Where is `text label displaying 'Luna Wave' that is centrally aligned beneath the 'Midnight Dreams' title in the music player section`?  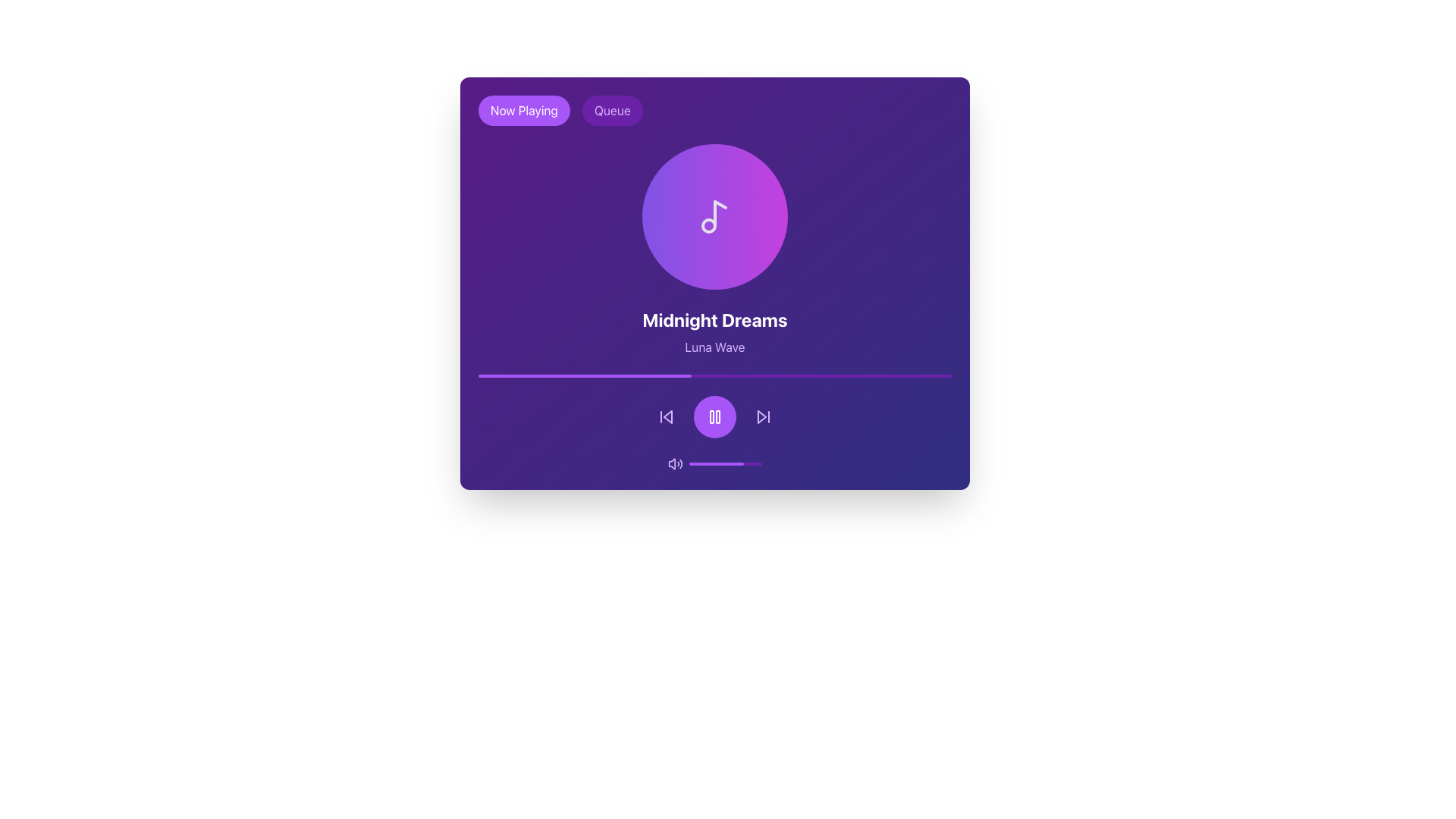
text label displaying 'Luna Wave' that is centrally aligned beneath the 'Midnight Dreams' title in the music player section is located at coordinates (714, 347).